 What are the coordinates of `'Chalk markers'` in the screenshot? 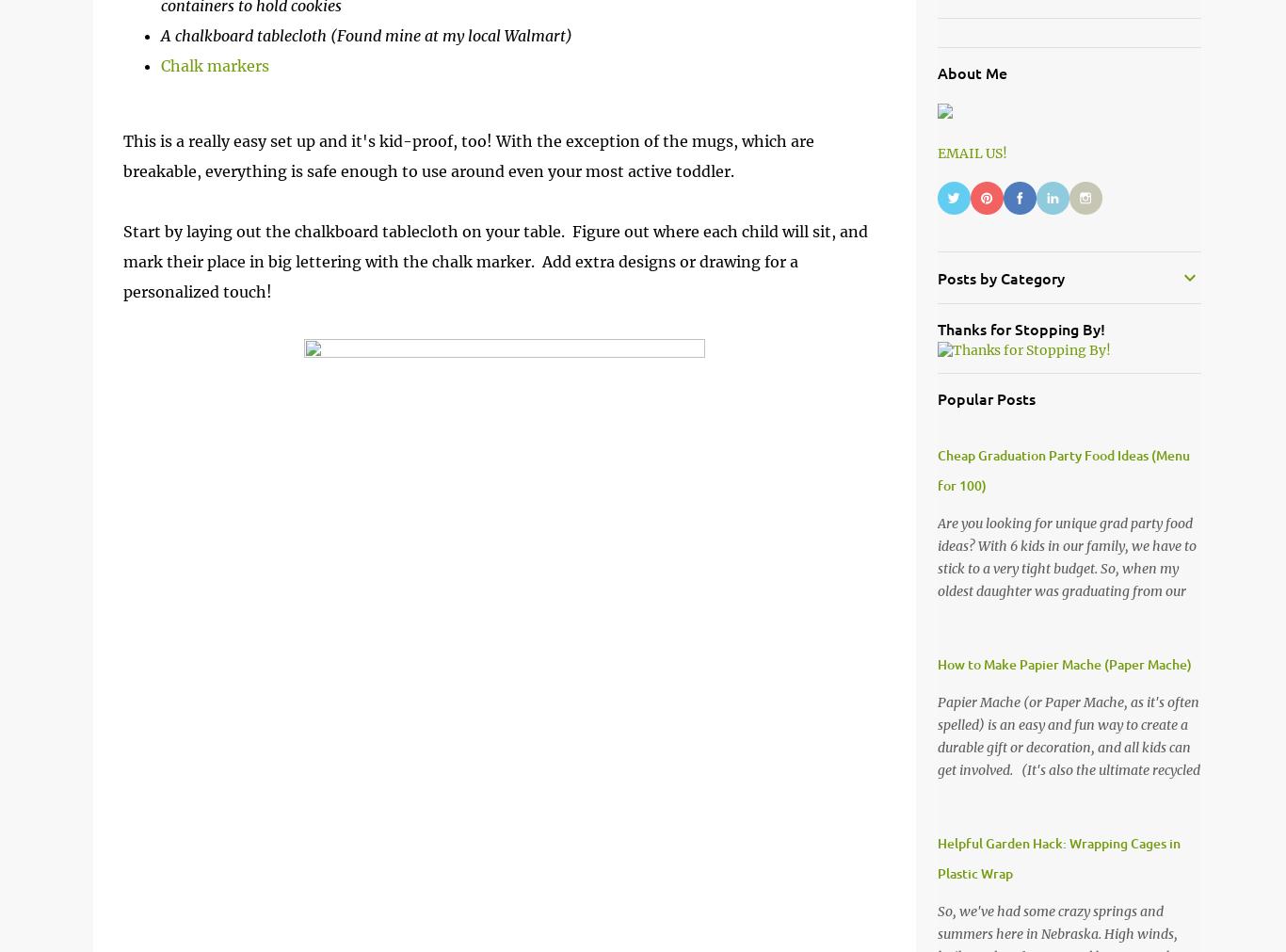 It's located at (159, 64).